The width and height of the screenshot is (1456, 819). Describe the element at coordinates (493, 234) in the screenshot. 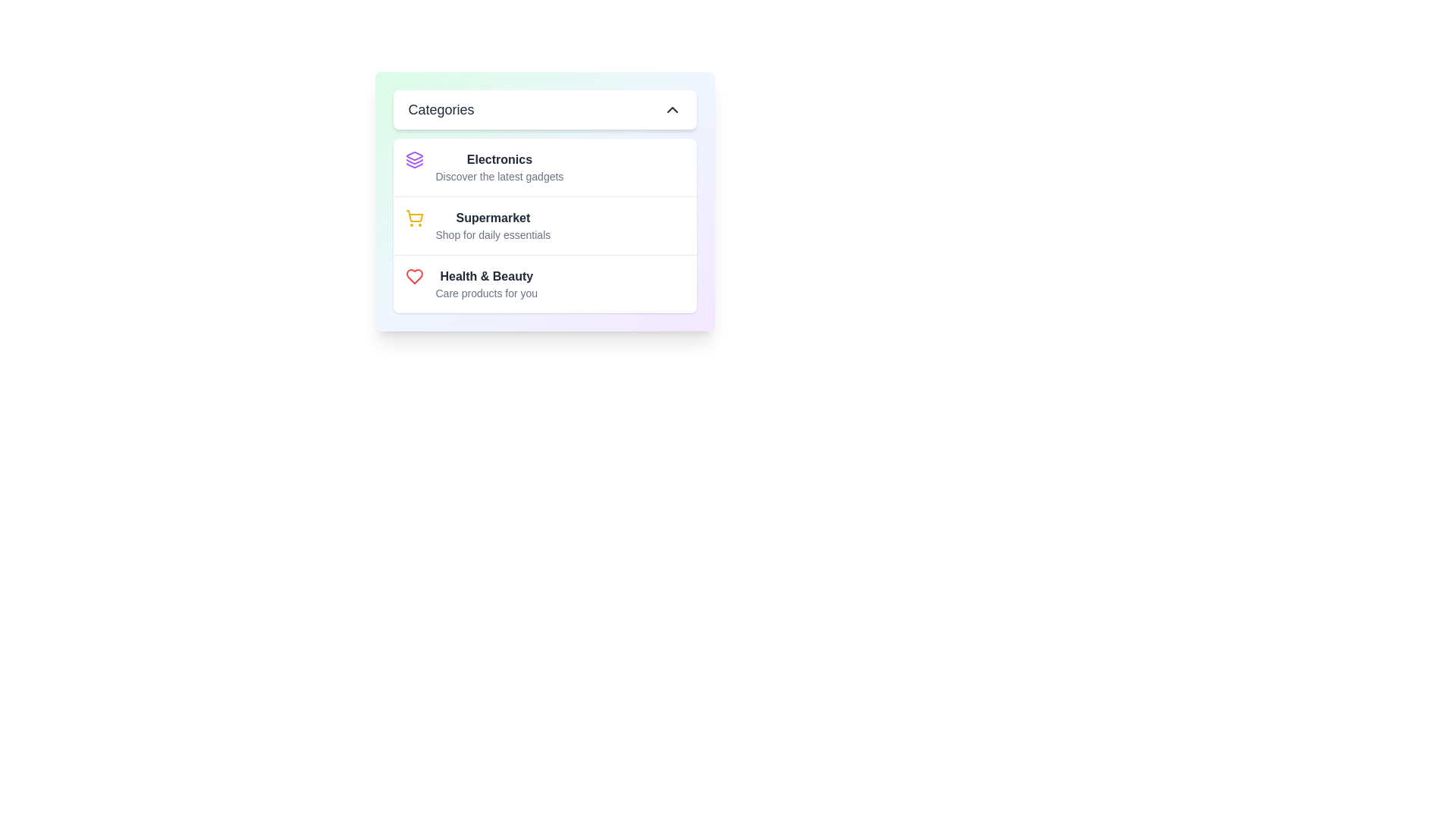

I see `the text label that reads 'Shop for daily essentials', which is a gray, left-aligned text located directly below the 'Supermarket' label in the 'Categories' list` at that location.